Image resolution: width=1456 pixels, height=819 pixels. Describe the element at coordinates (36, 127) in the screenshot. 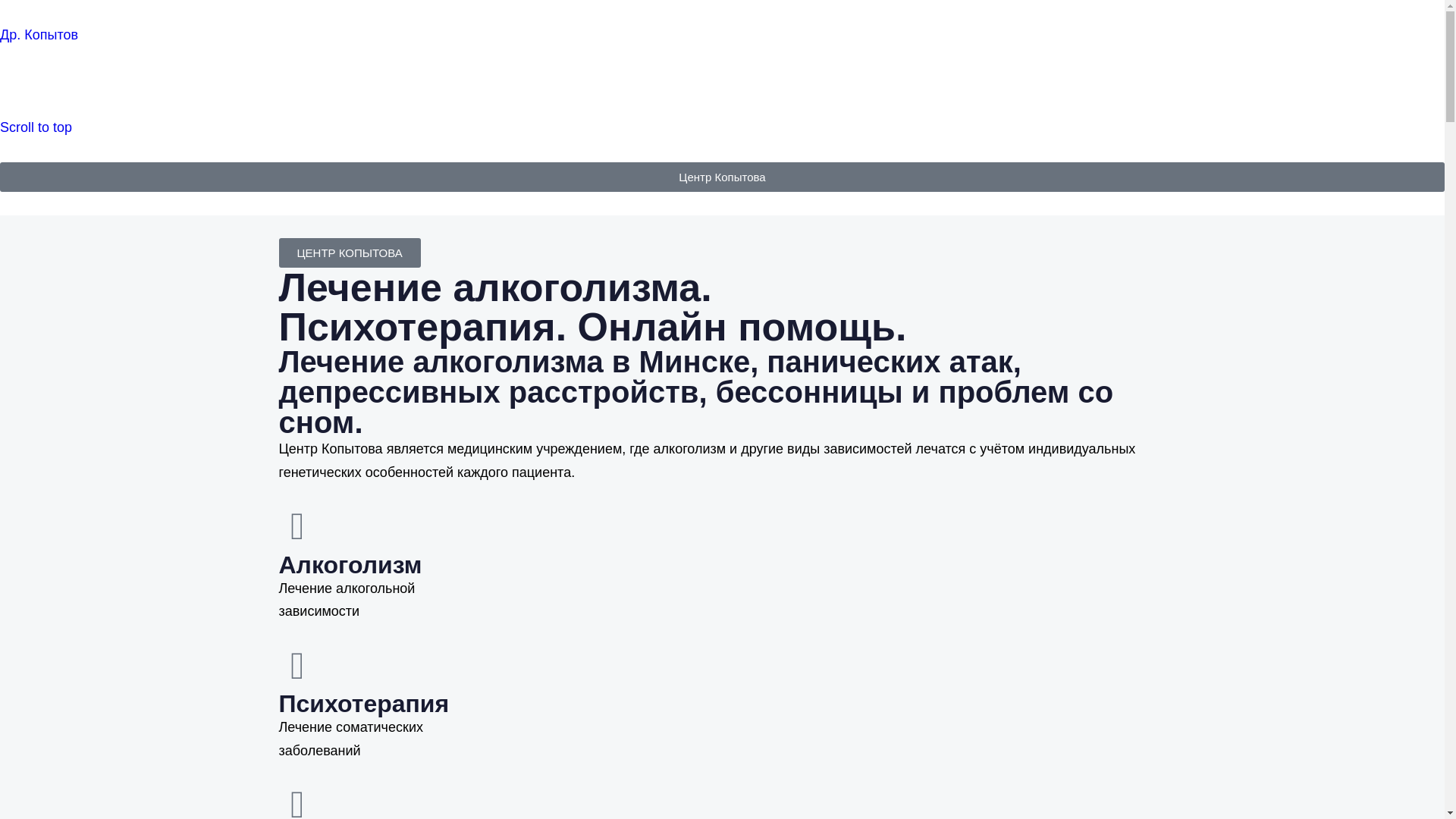

I see `'Scroll to top'` at that location.